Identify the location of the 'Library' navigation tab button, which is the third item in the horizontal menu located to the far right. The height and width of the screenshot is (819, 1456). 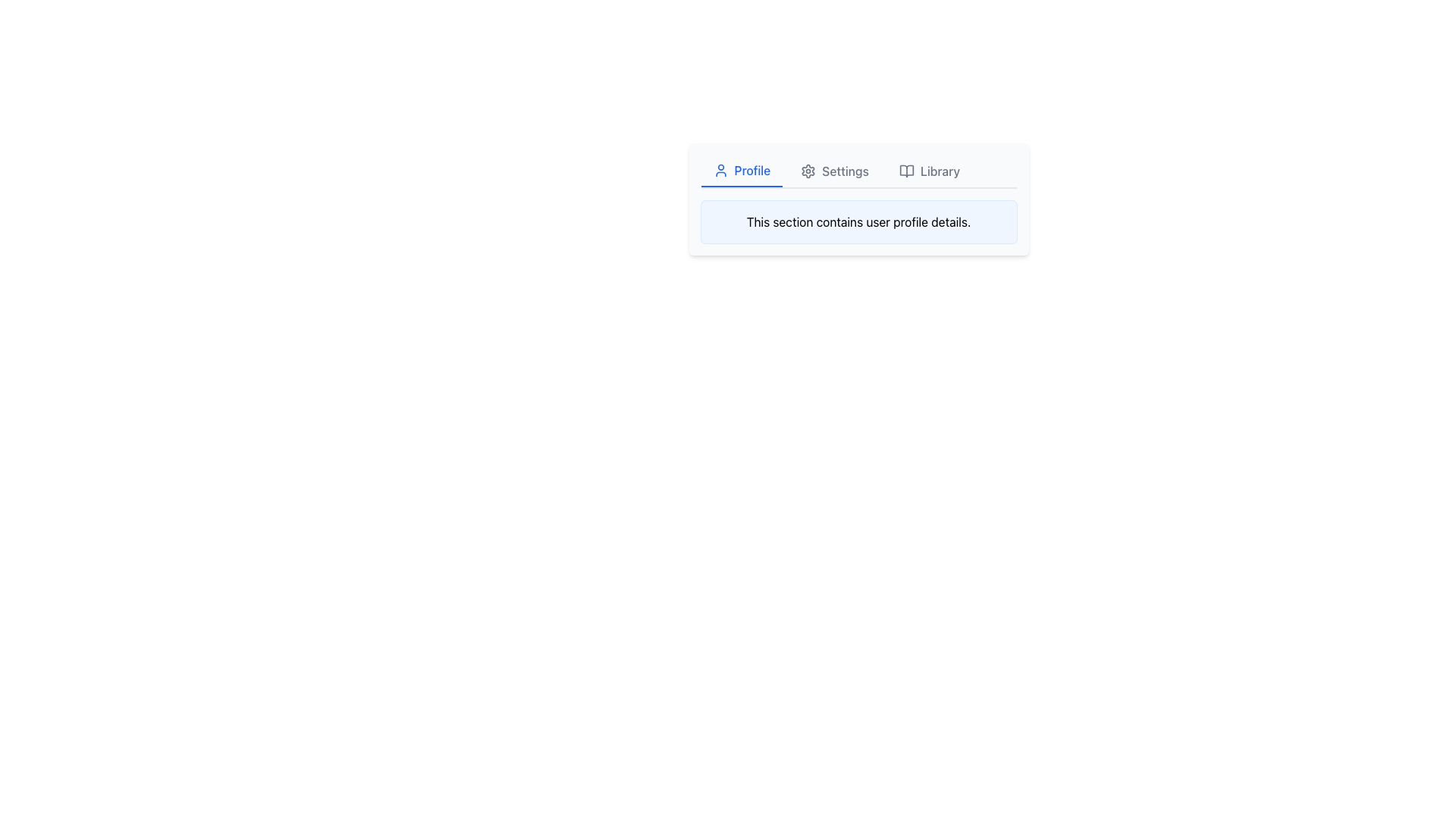
(928, 171).